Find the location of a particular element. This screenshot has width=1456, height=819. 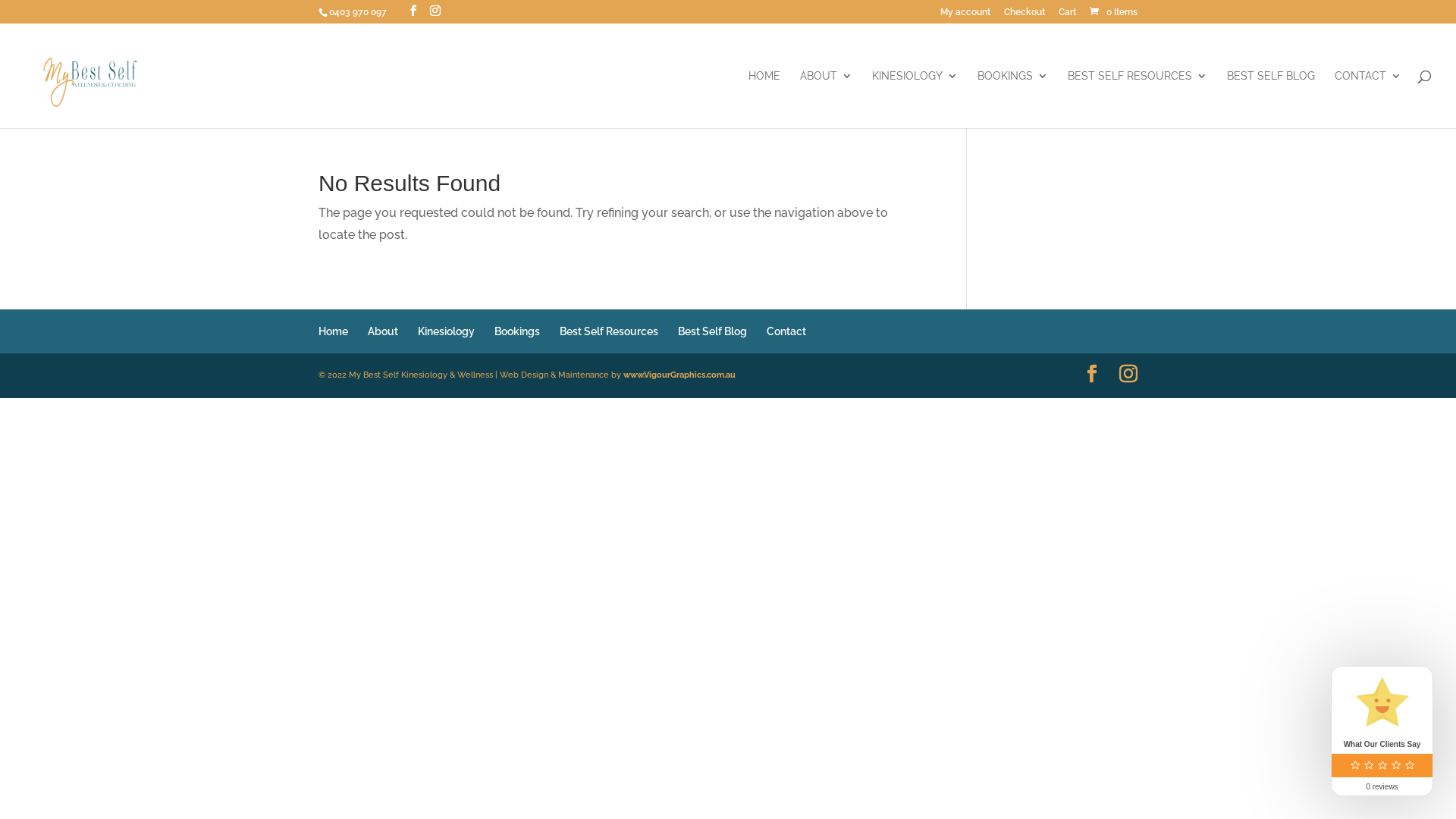

'Kinesiology' is located at coordinates (445, 330).